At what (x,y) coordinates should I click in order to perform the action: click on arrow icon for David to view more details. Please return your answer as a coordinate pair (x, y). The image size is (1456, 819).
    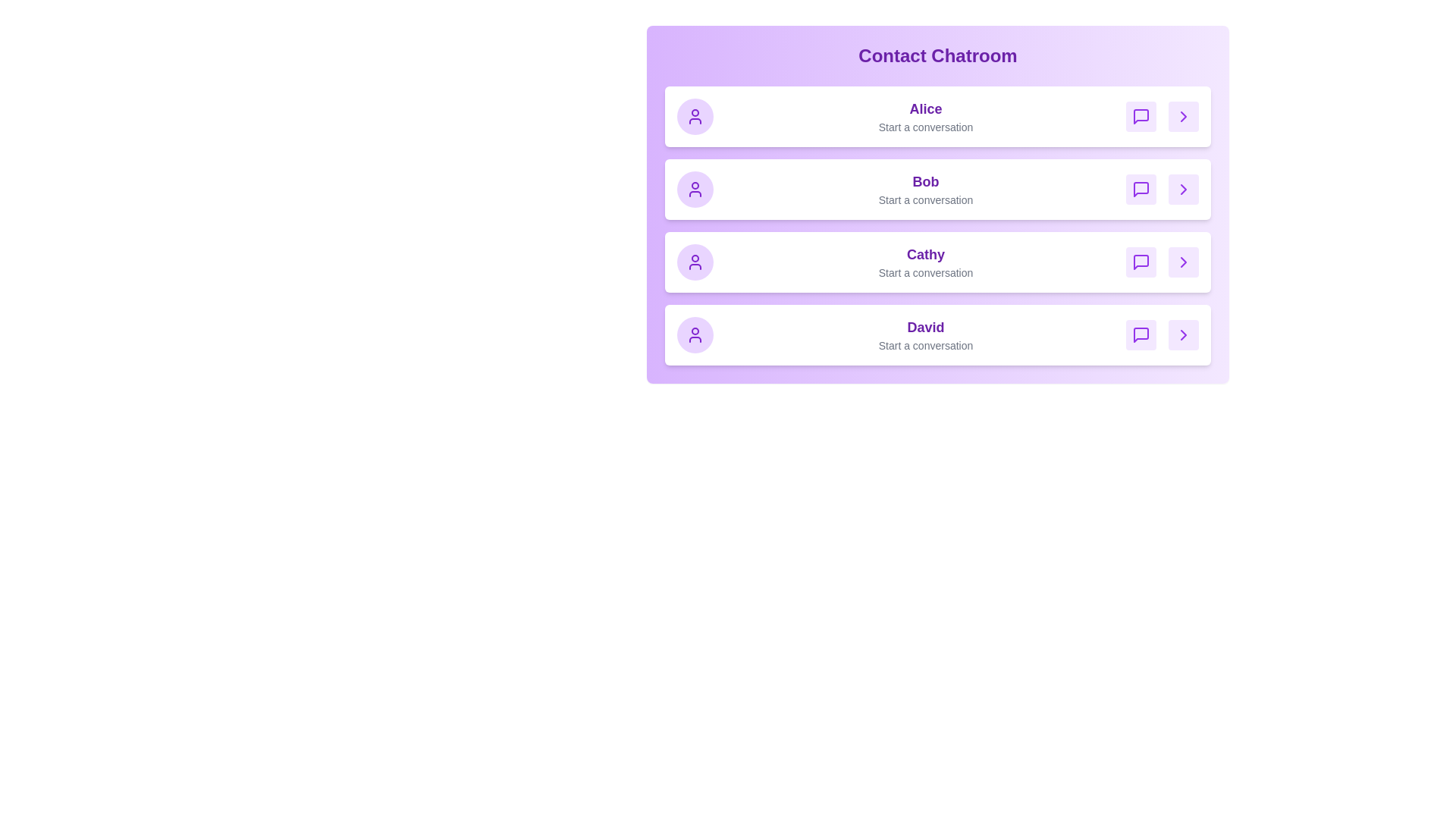
    Looking at the image, I should click on (1182, 334).